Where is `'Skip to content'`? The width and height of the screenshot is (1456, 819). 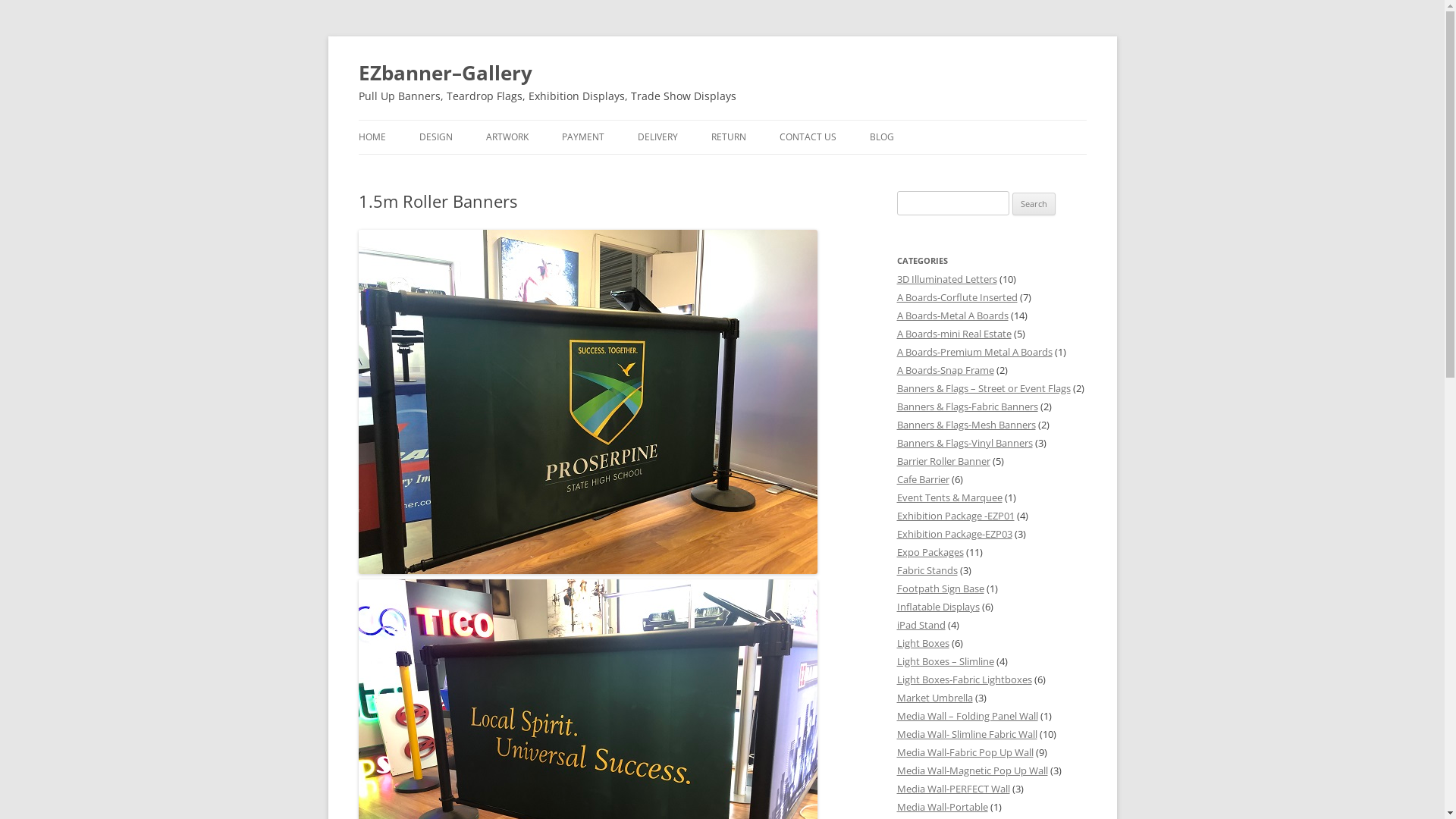
'Skip to content' is located at coordinates (760, 124).